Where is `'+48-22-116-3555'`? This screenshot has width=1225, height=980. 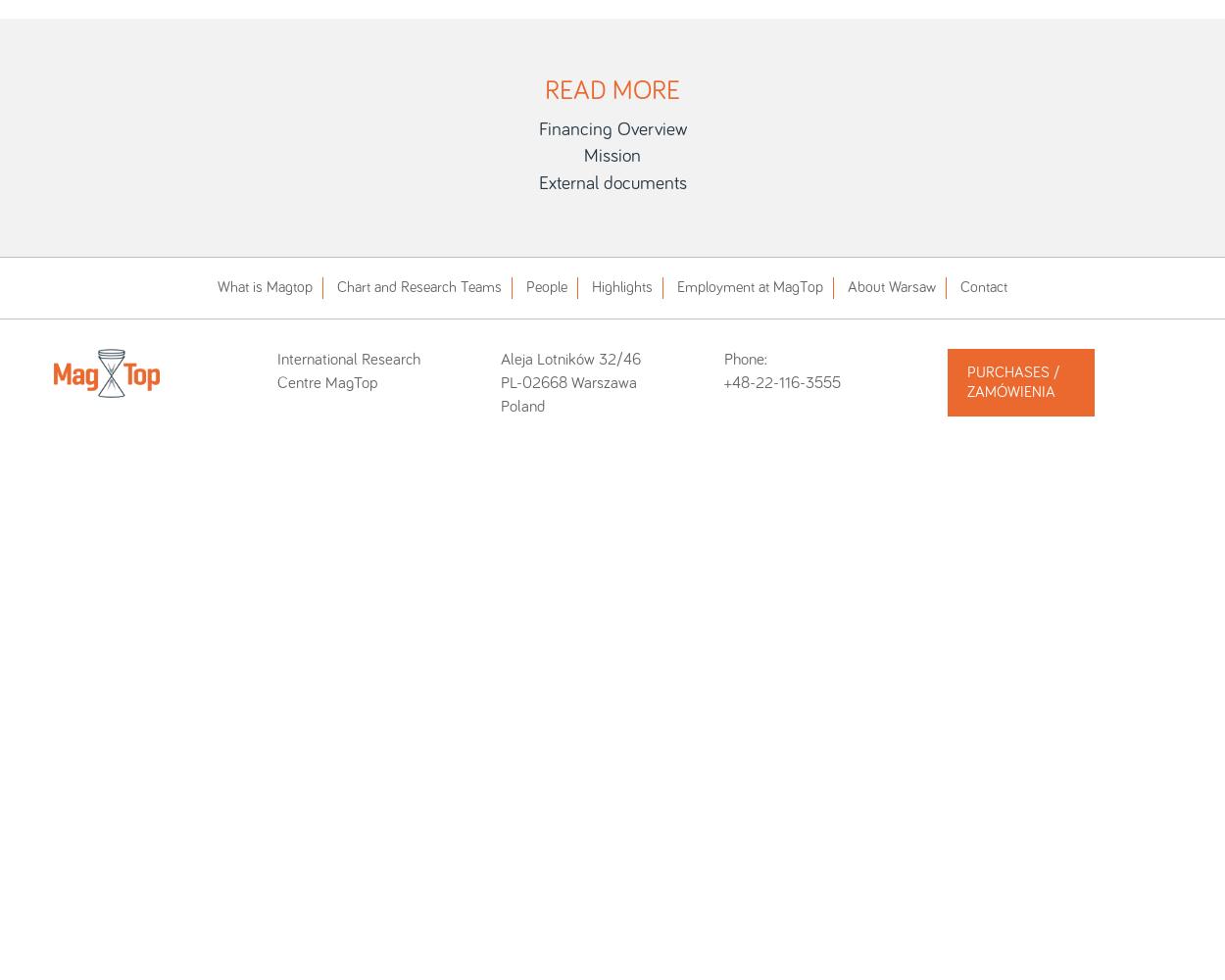
'+48-22-116-3555' is located at coordinates (782, 383).